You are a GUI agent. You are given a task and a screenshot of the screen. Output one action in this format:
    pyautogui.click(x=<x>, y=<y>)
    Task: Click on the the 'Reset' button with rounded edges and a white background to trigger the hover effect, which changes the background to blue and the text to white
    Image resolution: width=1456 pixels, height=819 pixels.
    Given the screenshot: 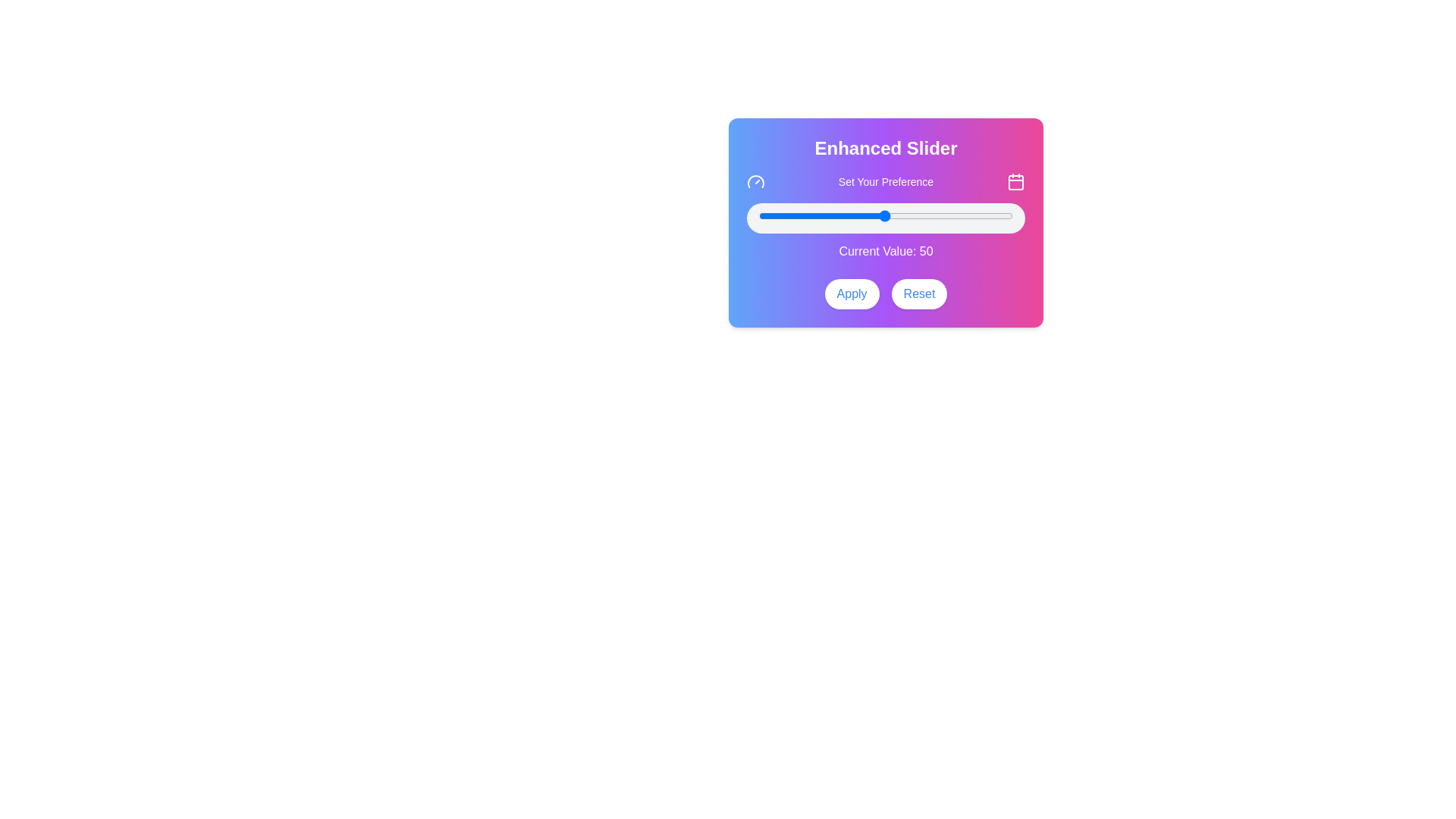 What is the action you would take?
    pyautogui.click(x=918, y=294)
    